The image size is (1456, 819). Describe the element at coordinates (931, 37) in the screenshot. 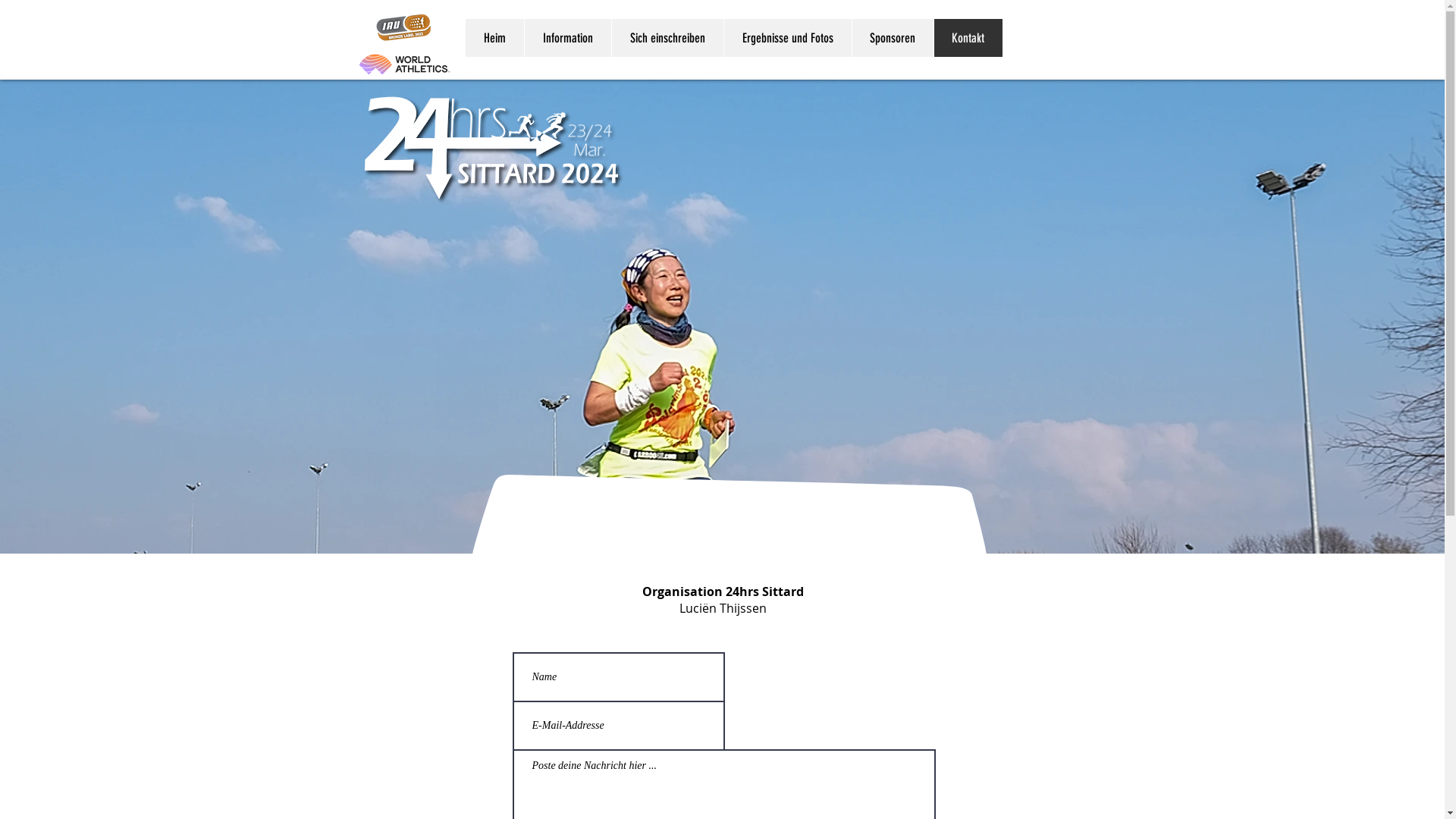

I see `'Kontakt'` at that location.